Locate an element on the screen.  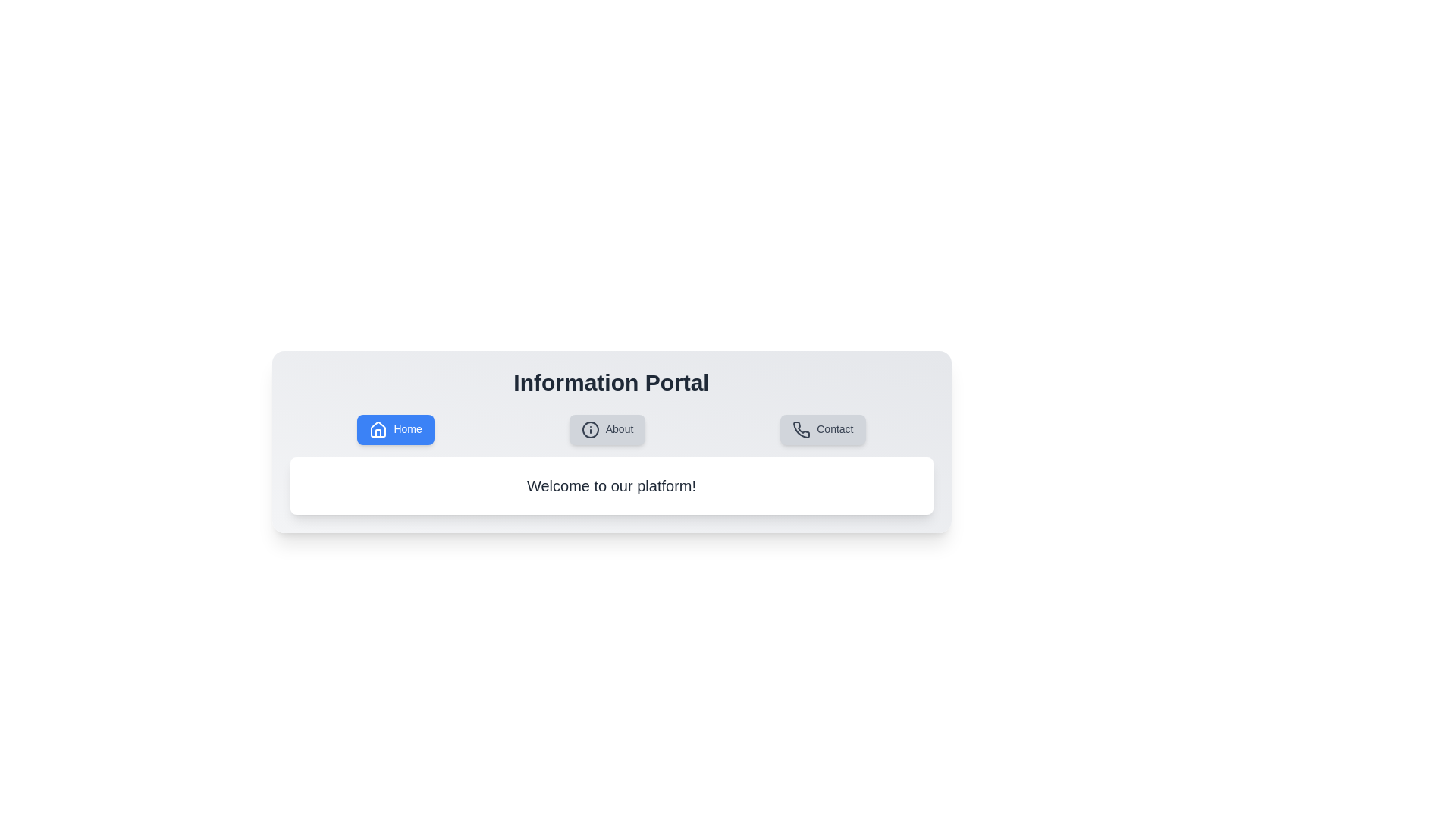
the 'About' tab in the Tab Bar, which serves as a navigation bar for the application, located below the heading 'Information Portal' is located at coordinates (611, 430).